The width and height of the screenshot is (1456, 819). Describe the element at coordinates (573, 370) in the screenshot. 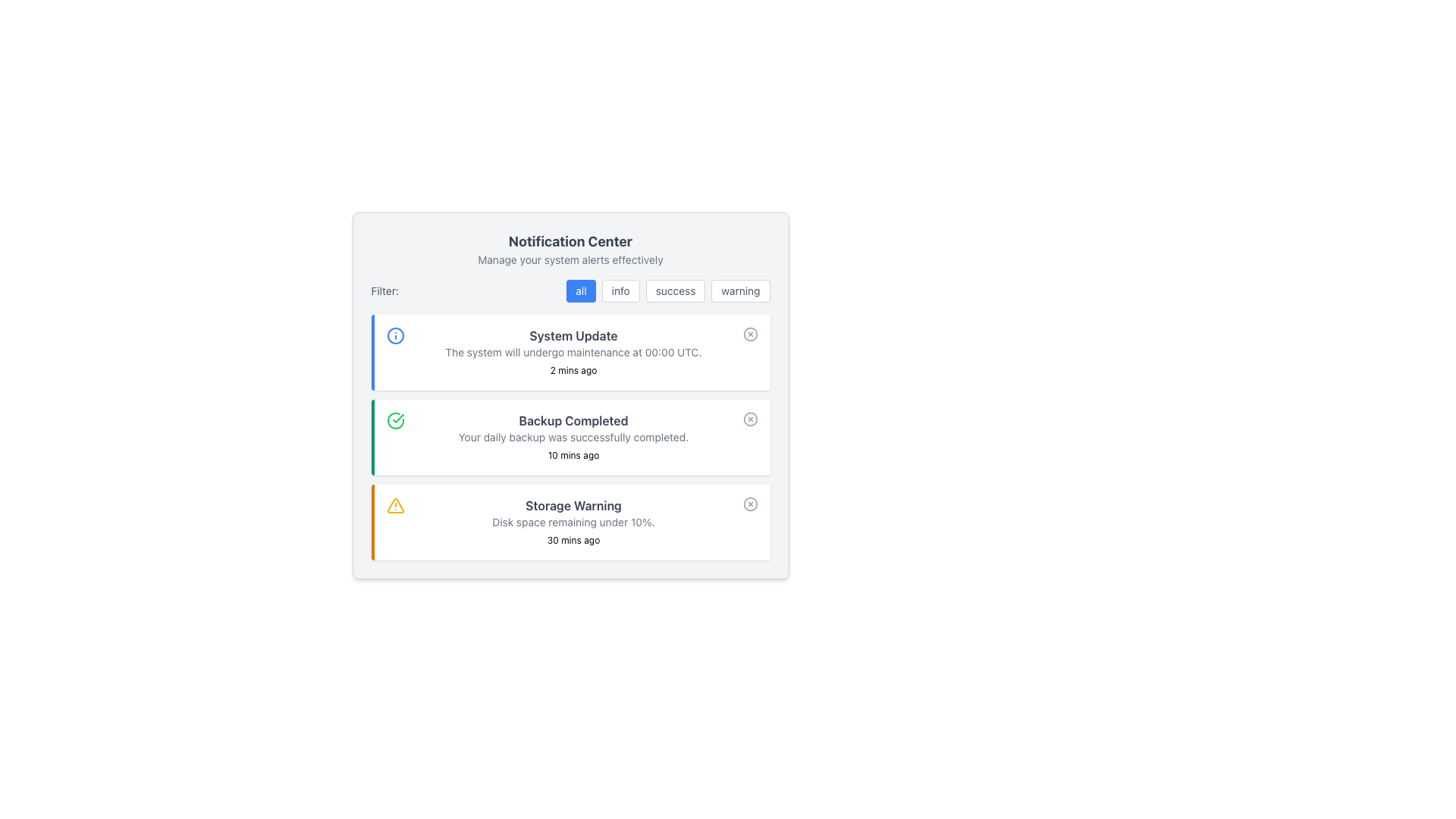

I see `the text label that reads '2 mins ago', styled in light gray-green color, located in the bottom-right portion of the 'System Update' notification card` at that location.